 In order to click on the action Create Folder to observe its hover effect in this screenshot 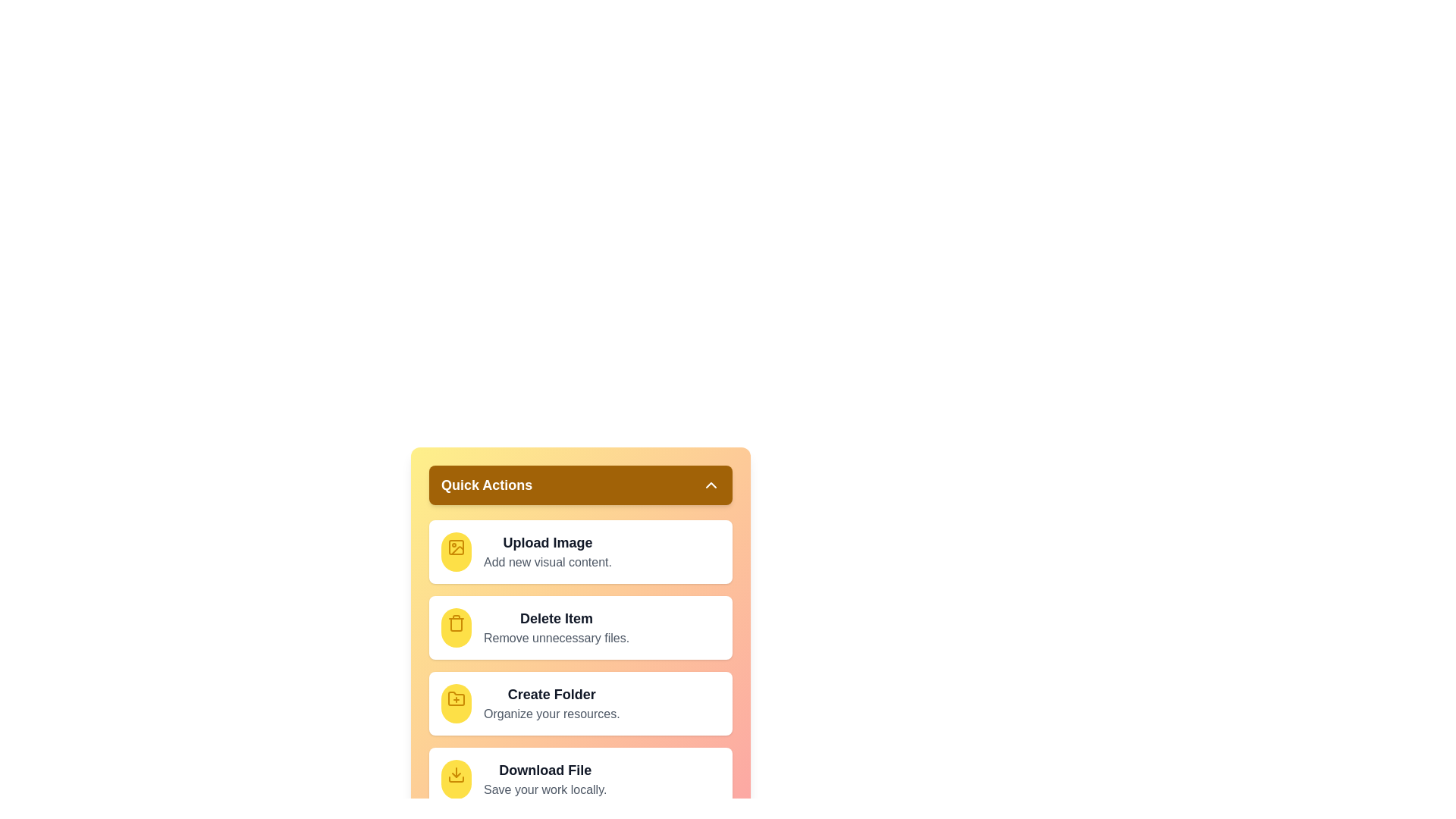, I will do `click(455, 704)`.